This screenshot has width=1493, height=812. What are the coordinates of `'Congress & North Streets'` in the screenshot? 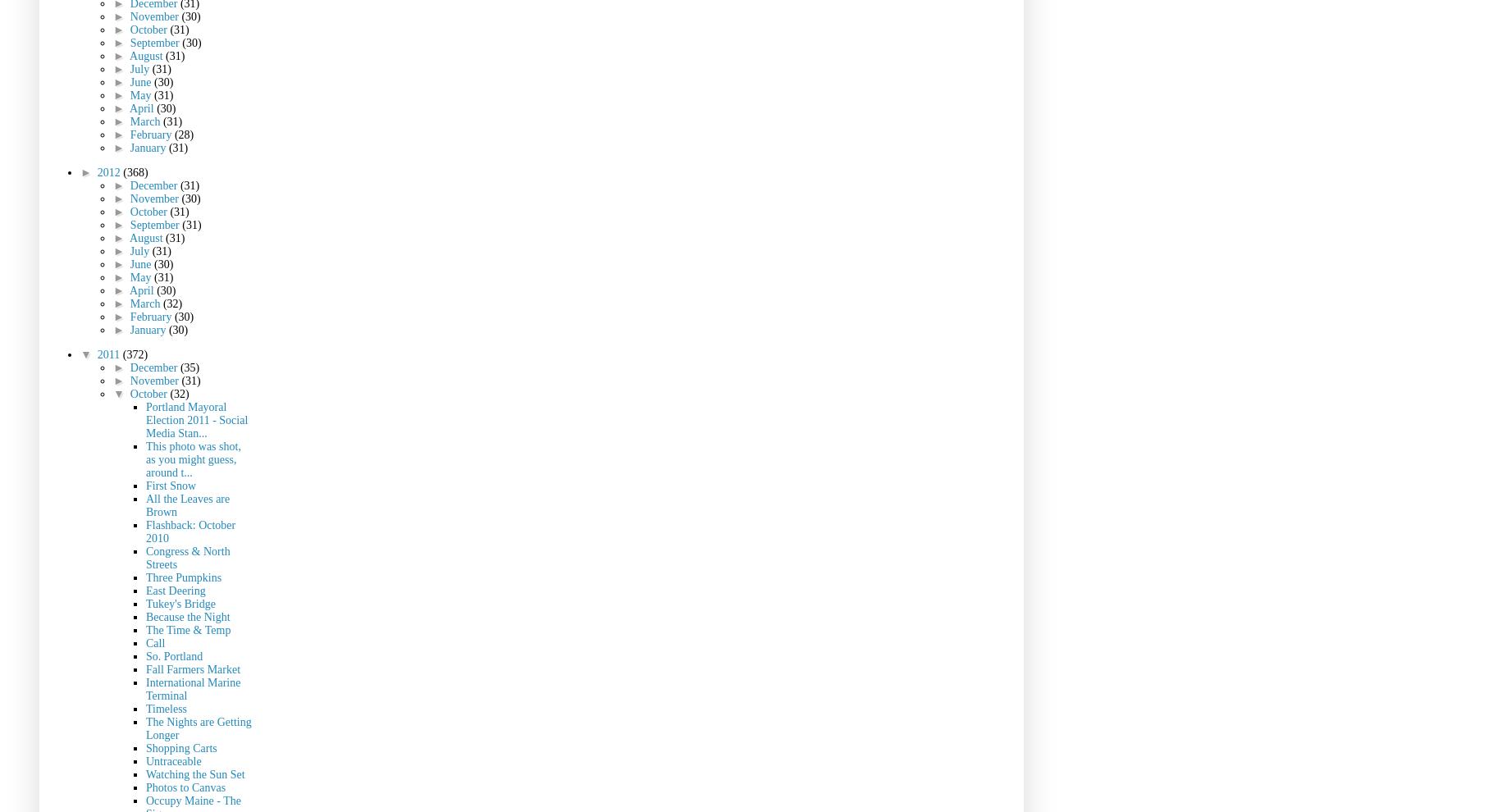 It's located at (145, 557).